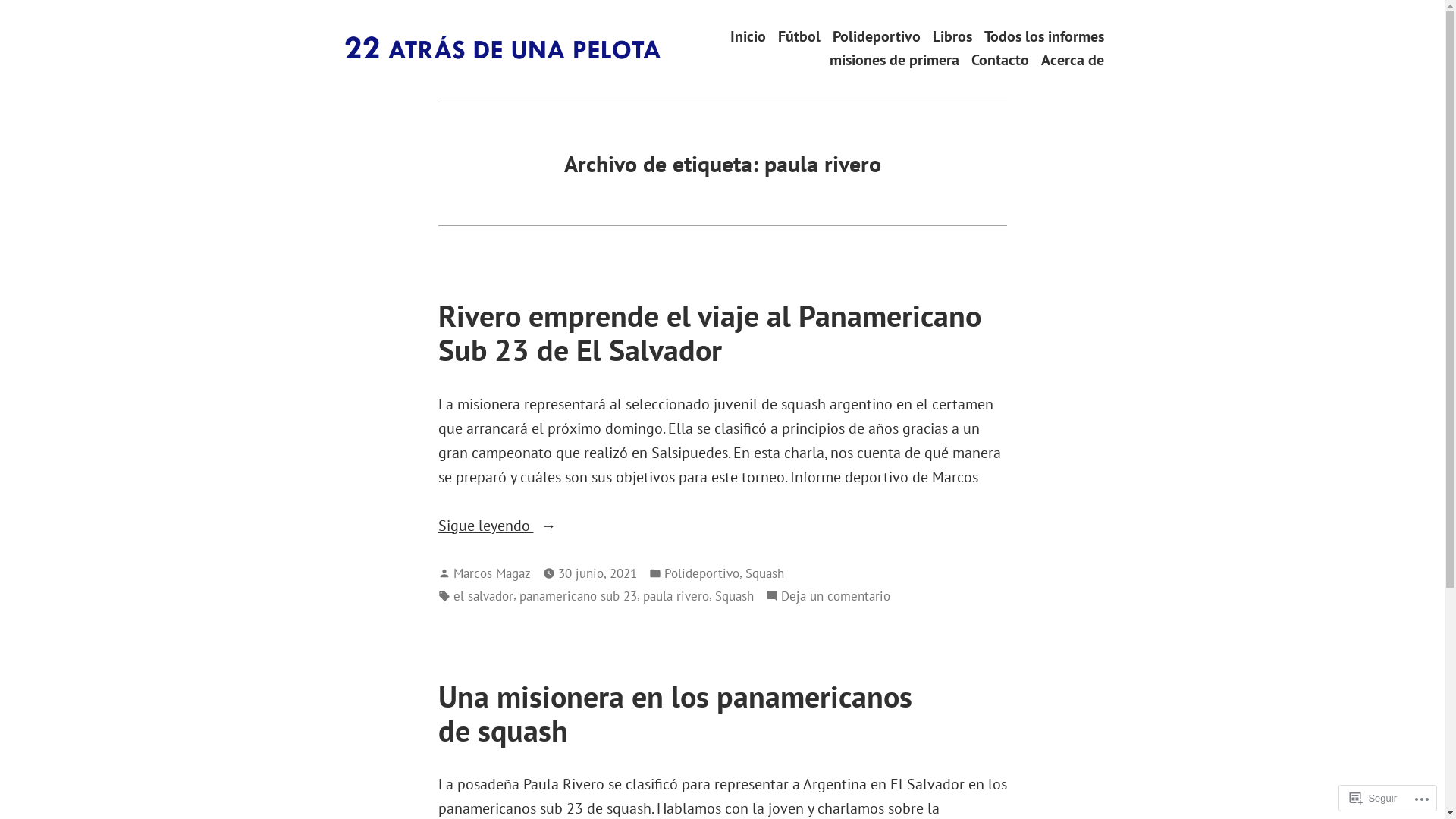  I want to click on 'misiones de primera', so click(894, 59).